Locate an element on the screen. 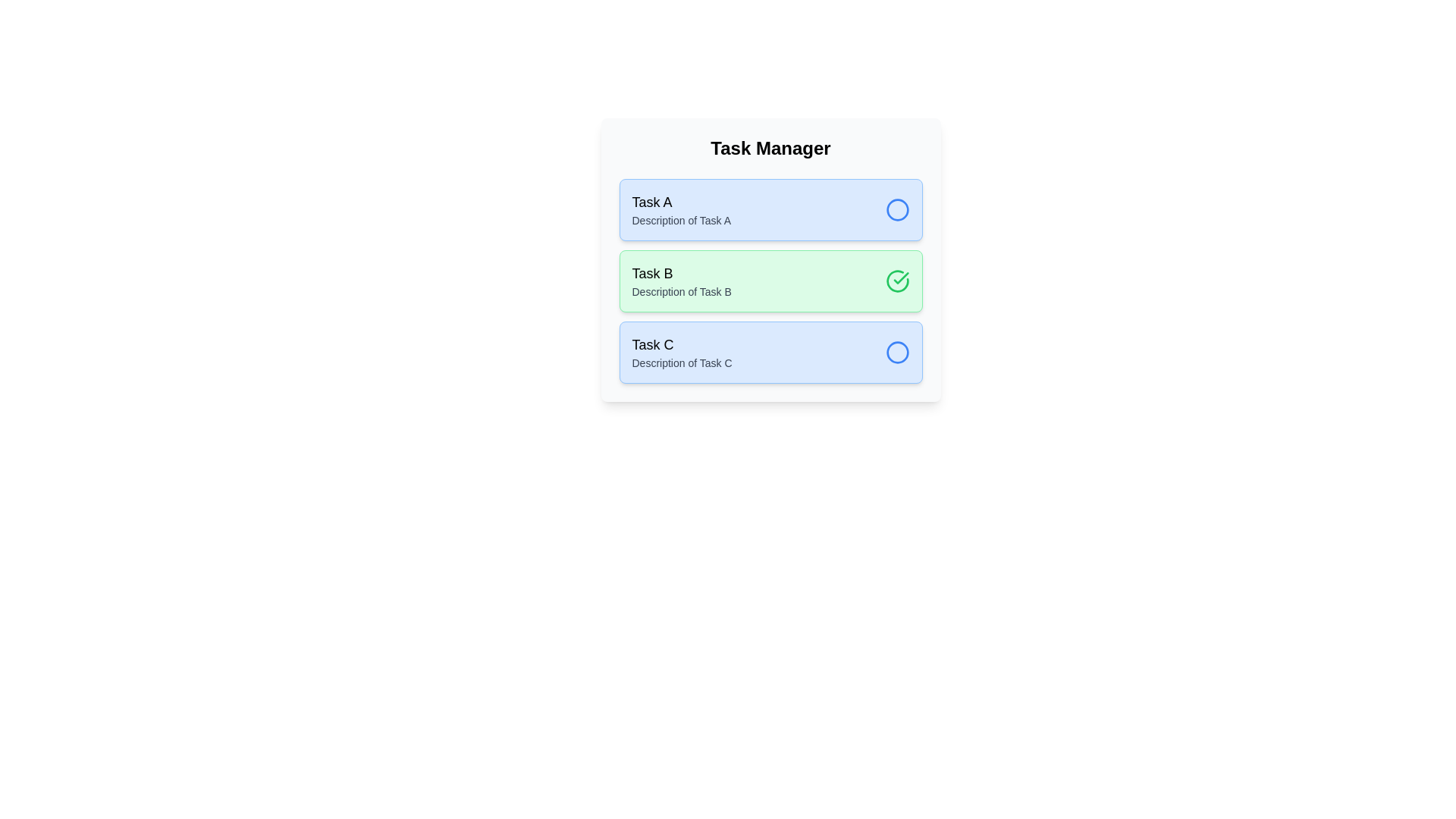 The width and height of the screenshot is (1456, 819). the green circular icon with a checkmark that is part of Task B, located in the middle of the interface is located at coordinates (897, 281).